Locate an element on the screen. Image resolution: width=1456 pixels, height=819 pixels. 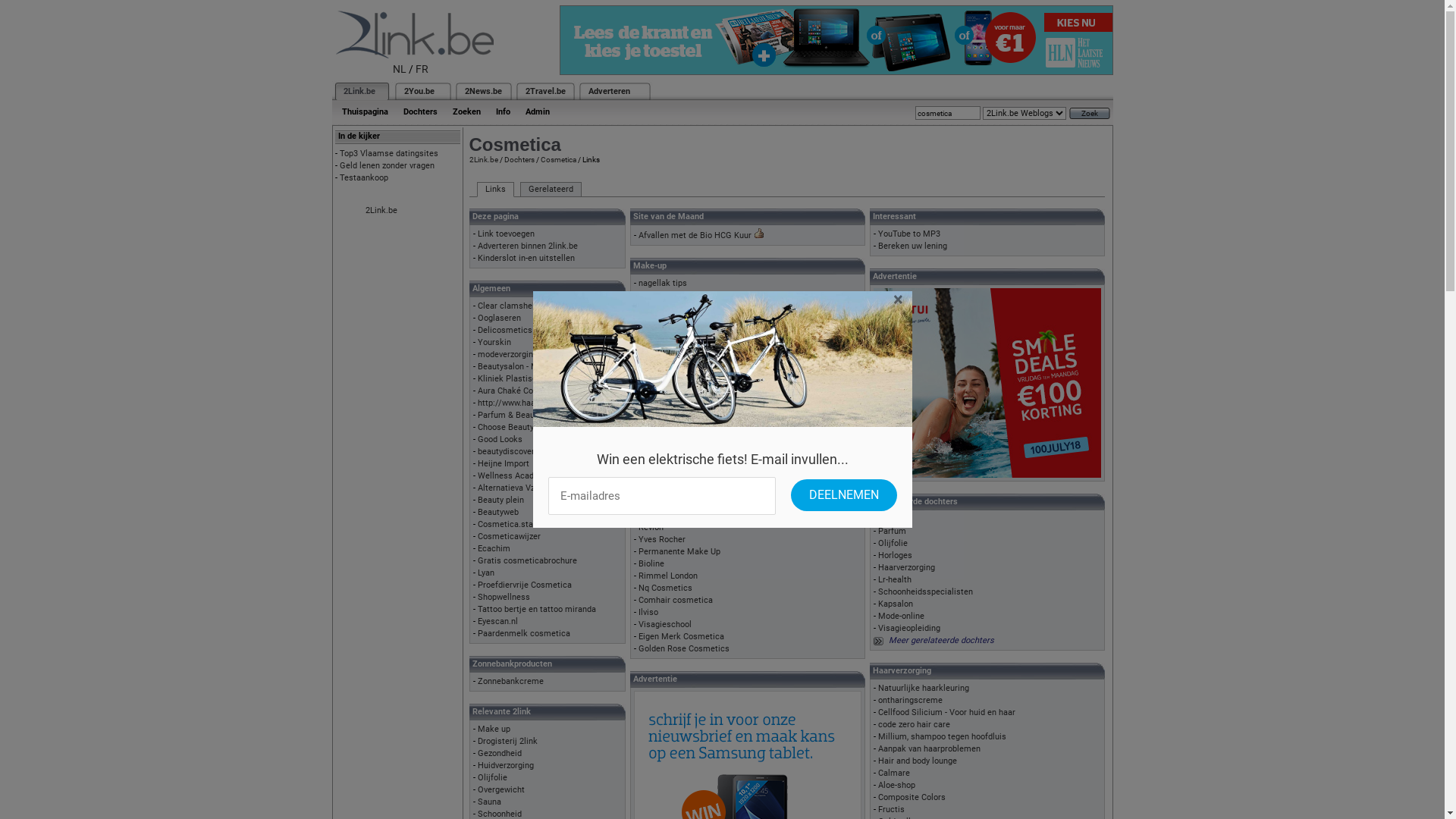
'Beauty plein' is located at coordinates (500, 500).